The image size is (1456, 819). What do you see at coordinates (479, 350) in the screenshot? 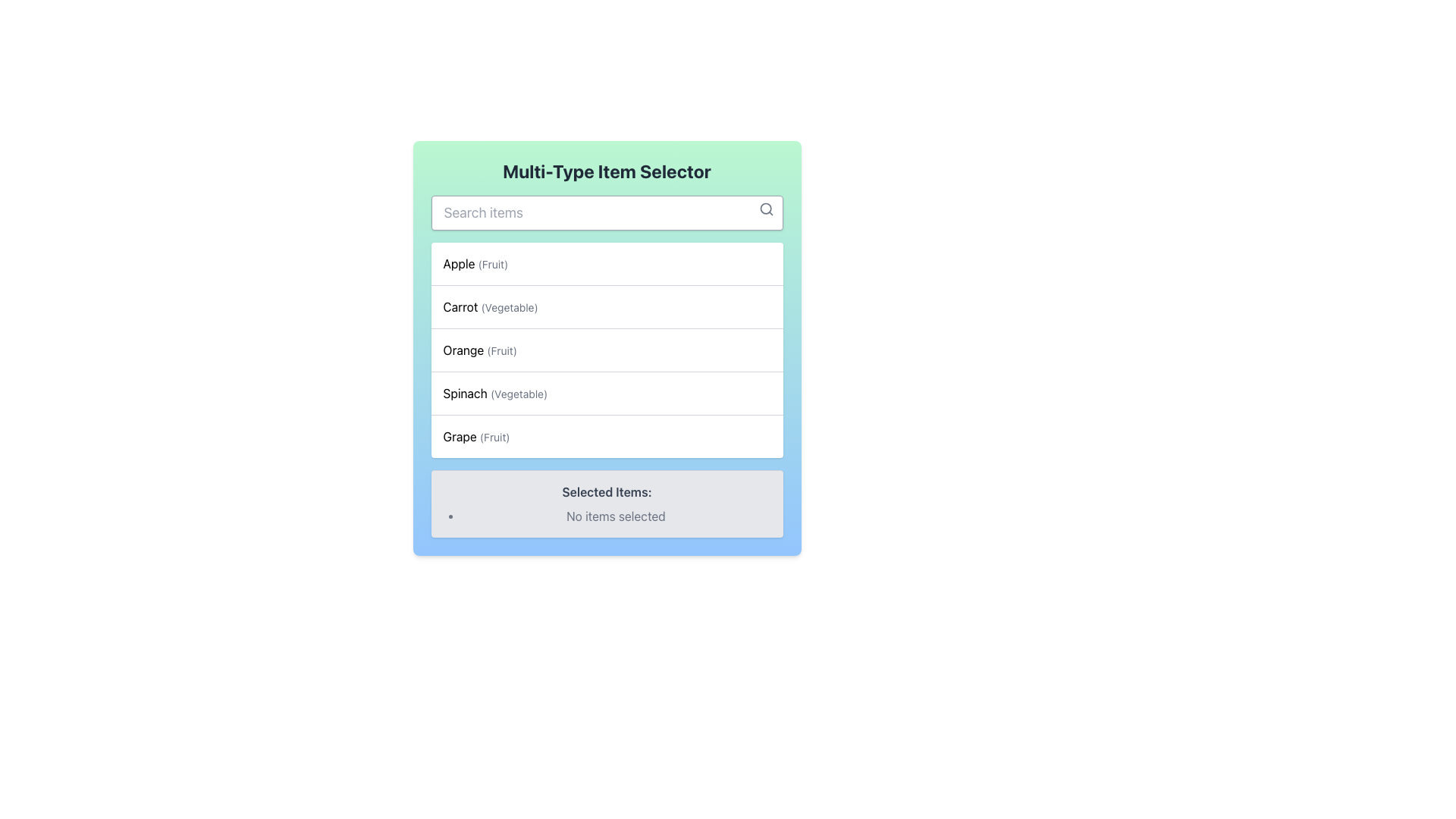
I see `the List Item Text that identifies 'Orange' in the multitype selector, which is the third item in a vertical list between 'Carrot (Vegetable)' and 'Spinach (Vegetable).'` at bounding box center [479, 350].